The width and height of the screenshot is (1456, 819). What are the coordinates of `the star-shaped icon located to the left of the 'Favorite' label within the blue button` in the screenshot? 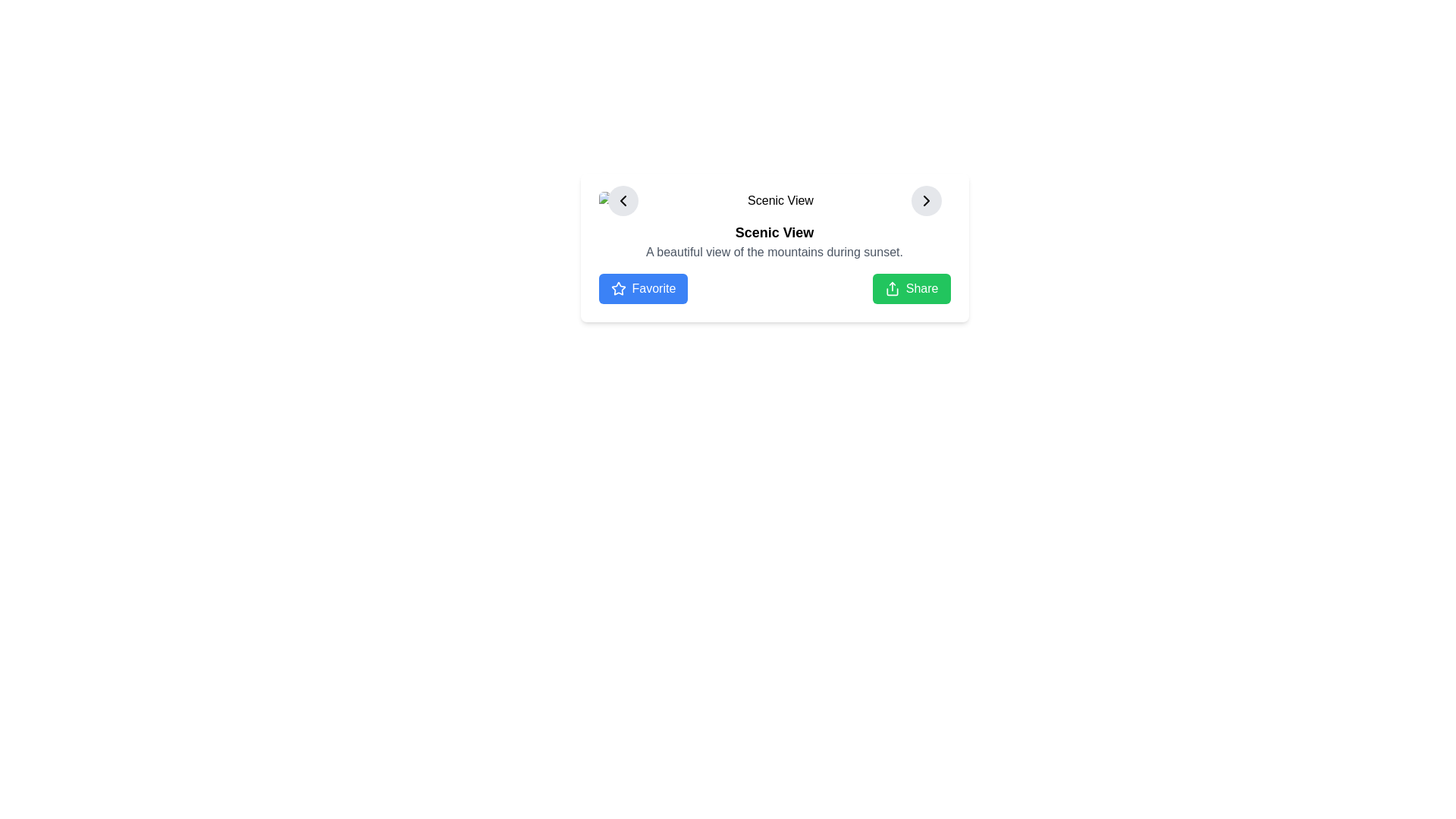 It's located at (618, 289).